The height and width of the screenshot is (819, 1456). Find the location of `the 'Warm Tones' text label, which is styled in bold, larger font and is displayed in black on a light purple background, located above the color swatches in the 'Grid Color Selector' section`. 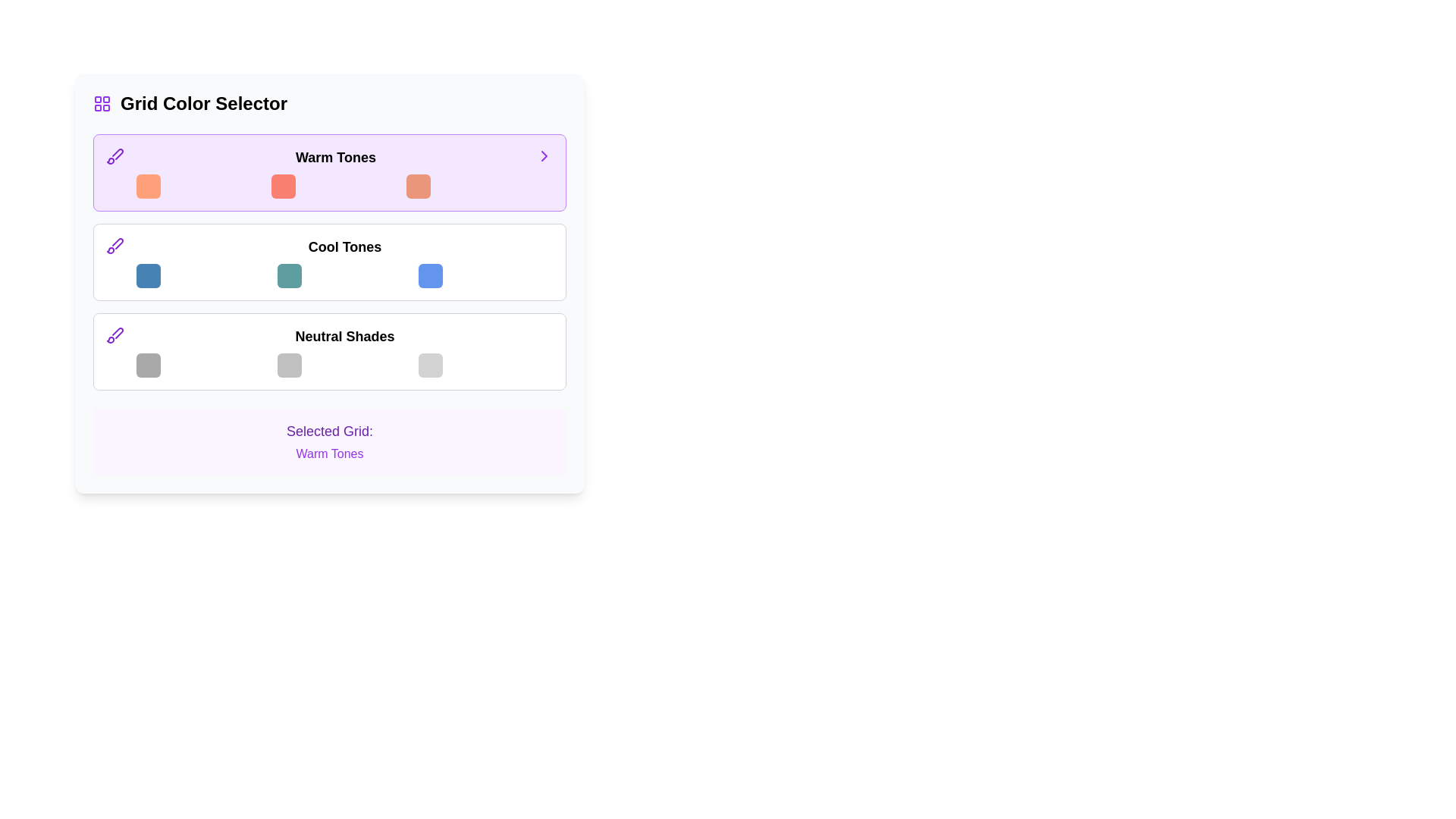

the 'Warm Tones' text label, which is styled in bold, larger font and is displayed in black on a light purple background, located above the color swatches in the 'Grid Color Selector' section is located at coordinates (334, 158).